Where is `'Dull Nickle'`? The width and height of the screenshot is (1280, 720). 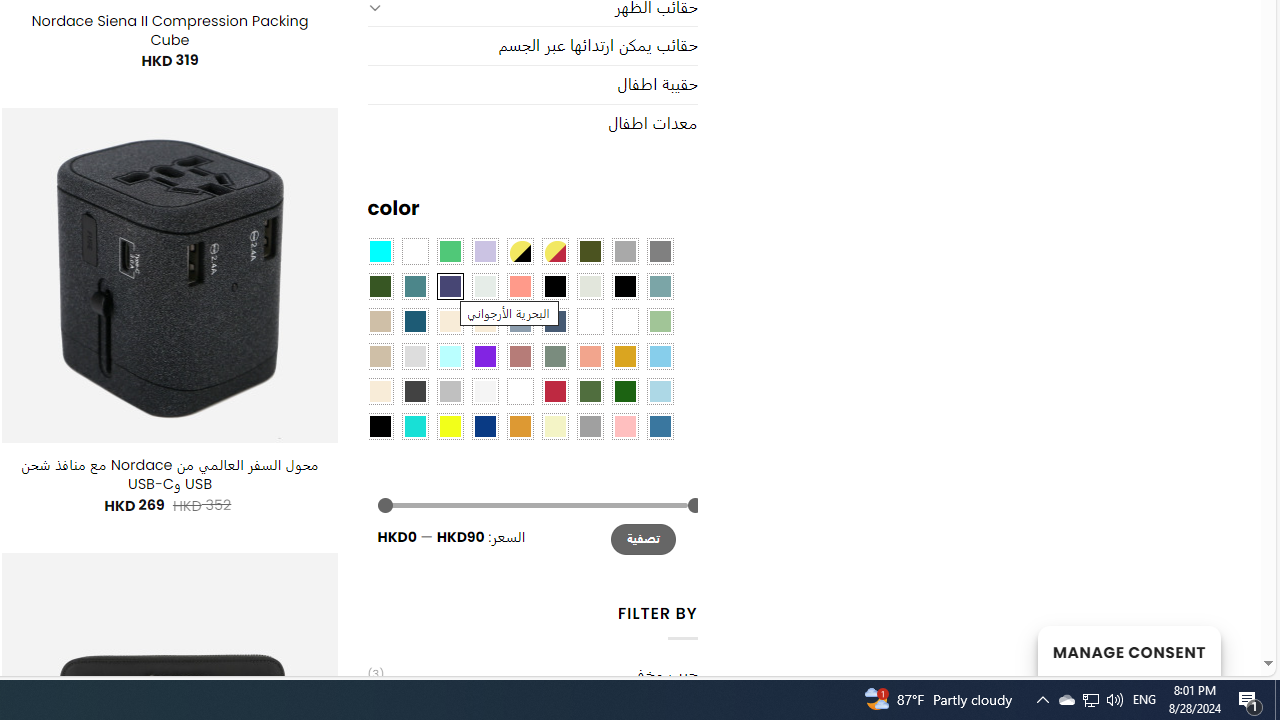 'Dull Nickle' is located at coordinates (485, 285).